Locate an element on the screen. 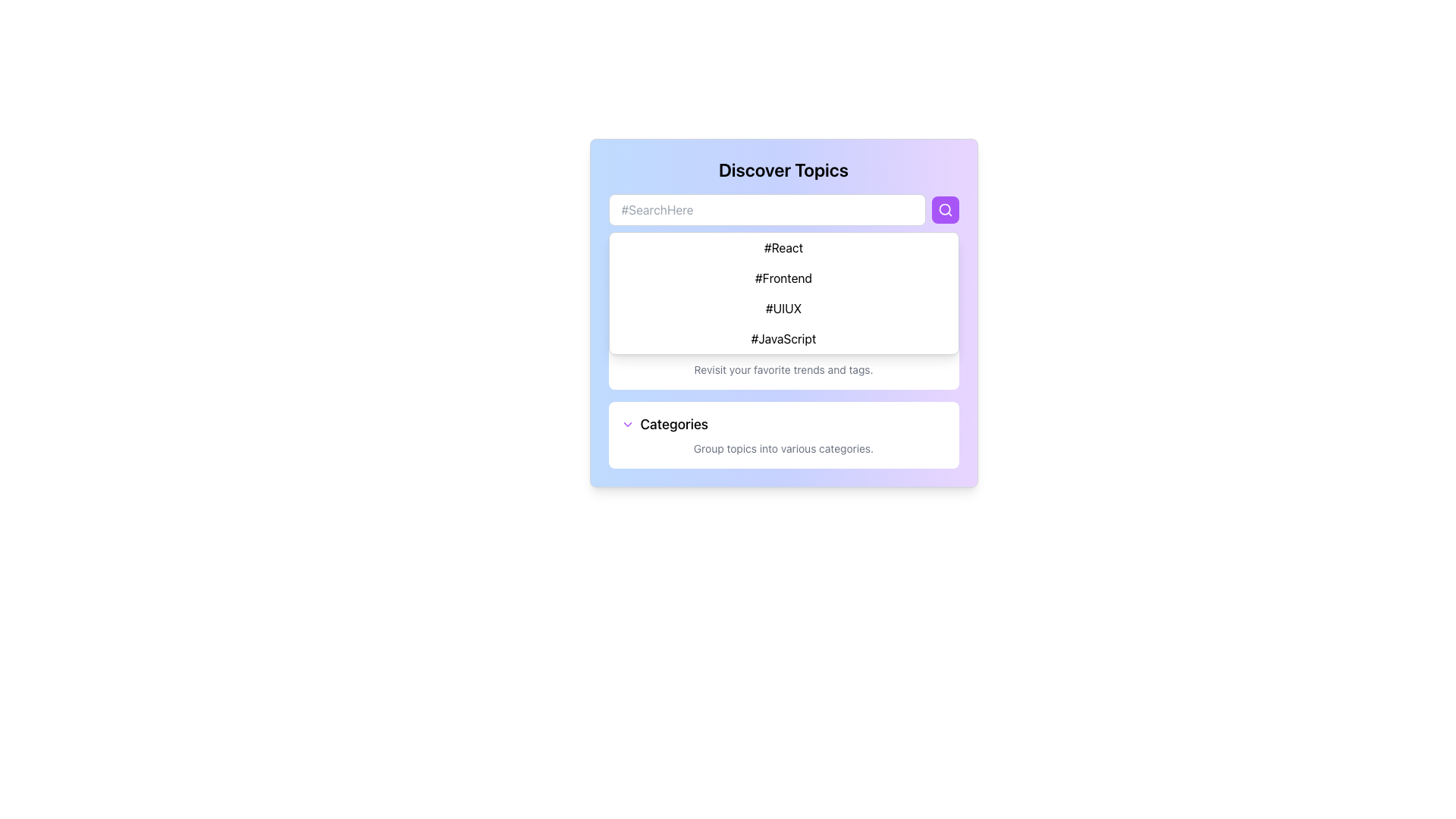 This screenshot has width=1456, height=819. the first hashtag '#React' in the 'Discover Topics' interface is located at coordinates (783, 247).